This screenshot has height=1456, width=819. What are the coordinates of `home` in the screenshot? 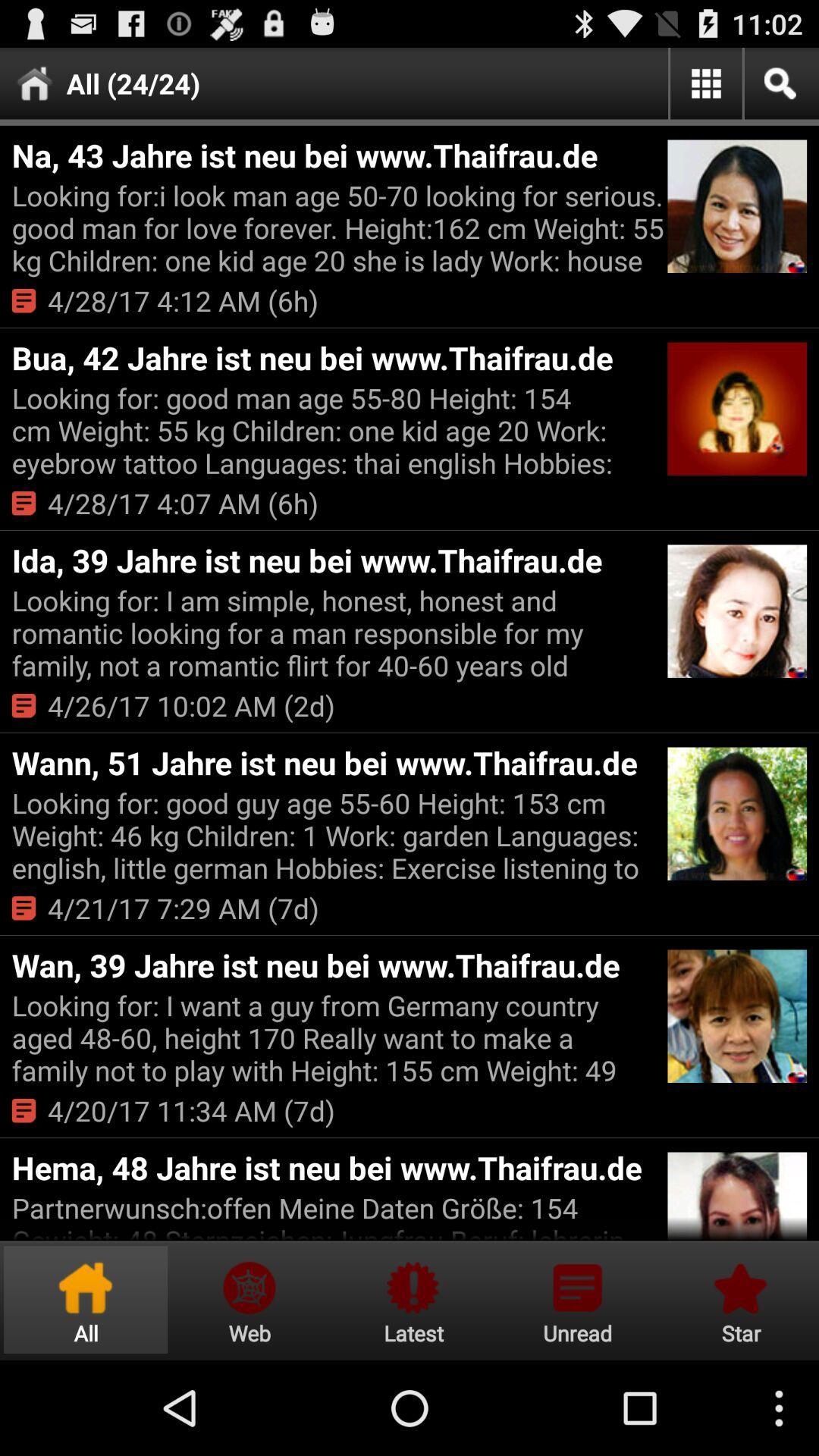 It's located at (86, 1299).